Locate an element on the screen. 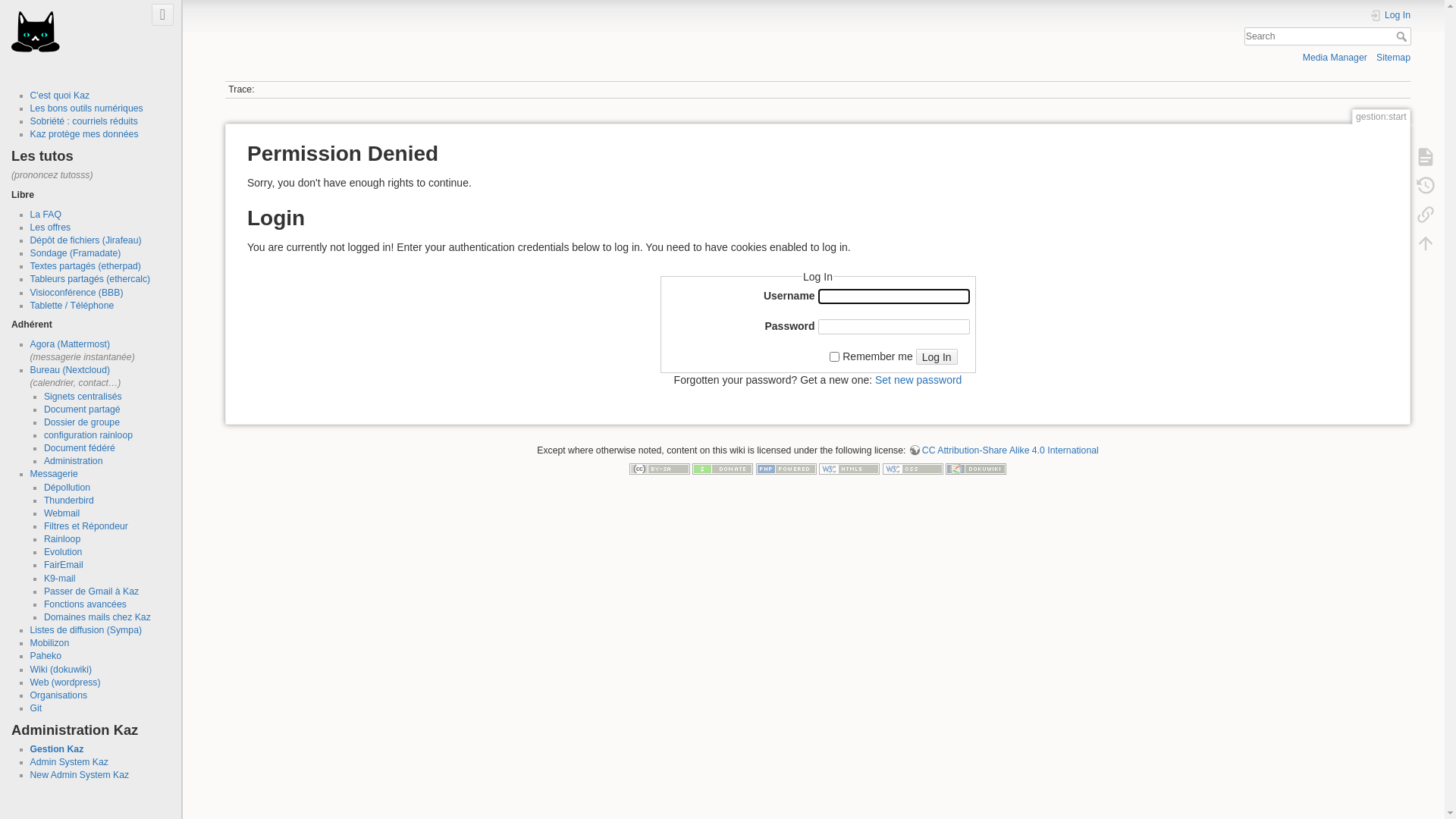  'Sondage (Framadate)' is located at coordinates (75, 253).